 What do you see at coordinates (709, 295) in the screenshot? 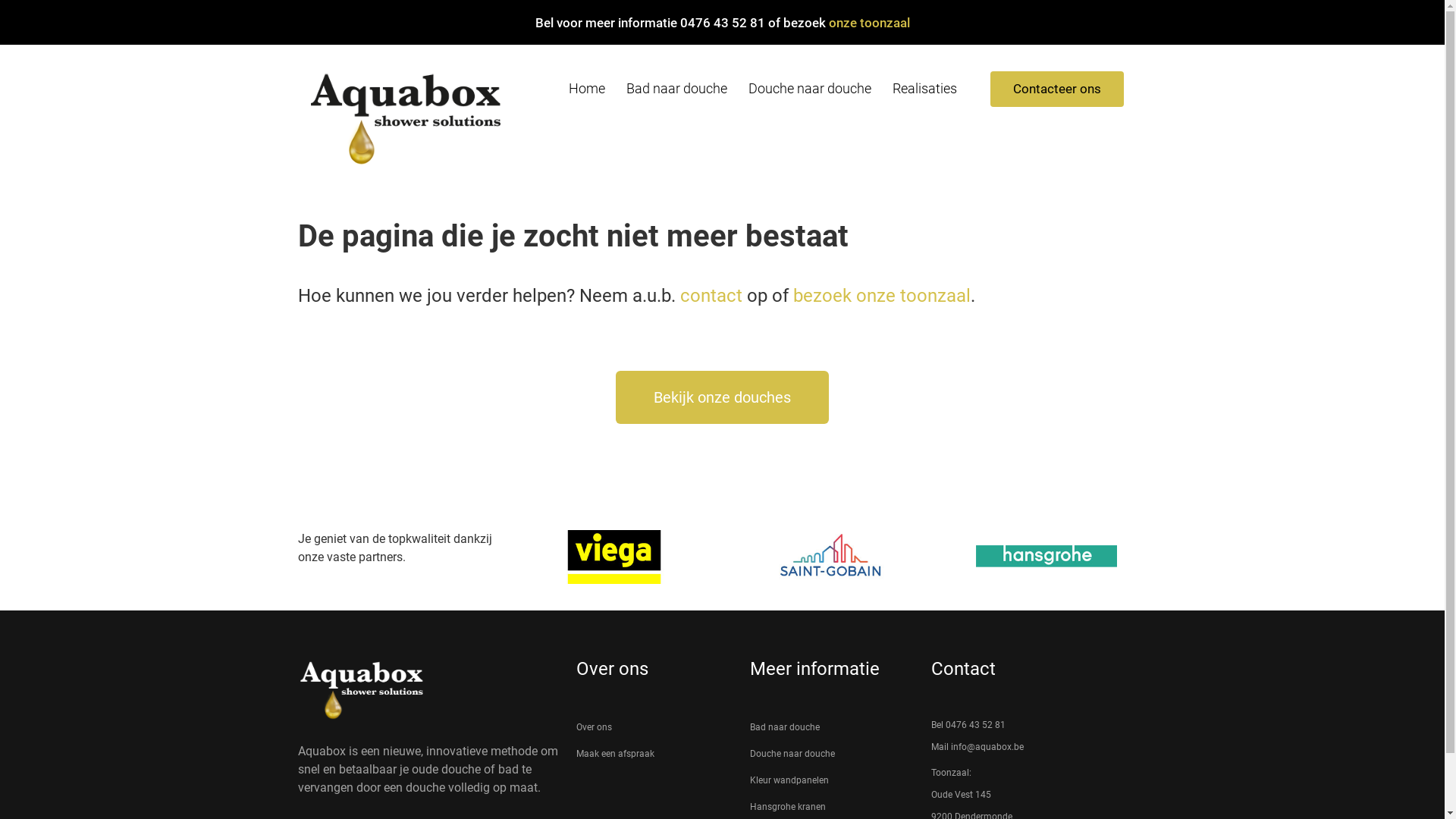
I see `'contact'` at bounding box center [709, 295].